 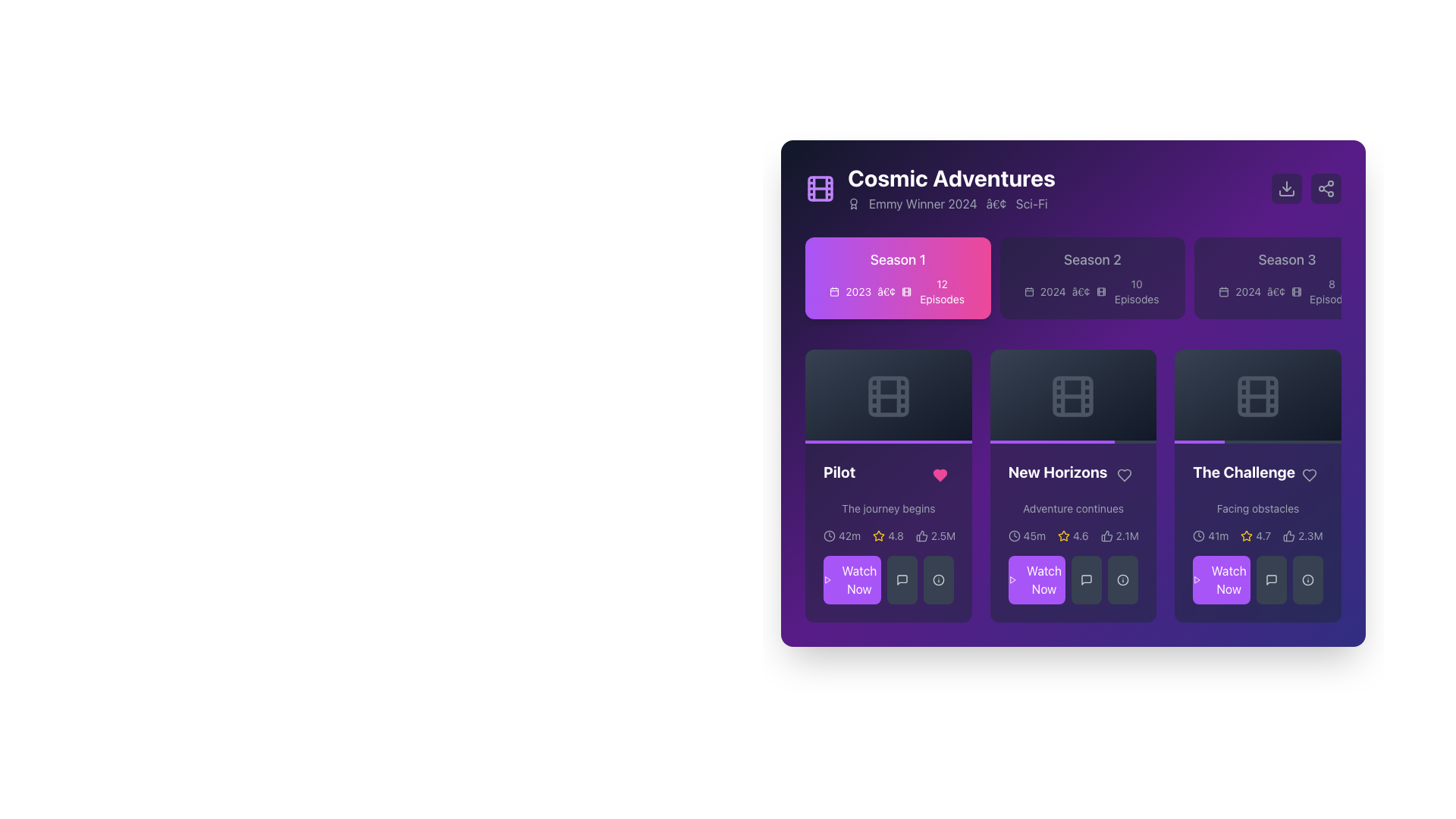 I want to click on the five-pointed star icon located in the ratings section of the 'New Horizons' episode description card, which is visually below the 'New Horizons' title and next to a numeric rating value, so click(x=1063, y=535).